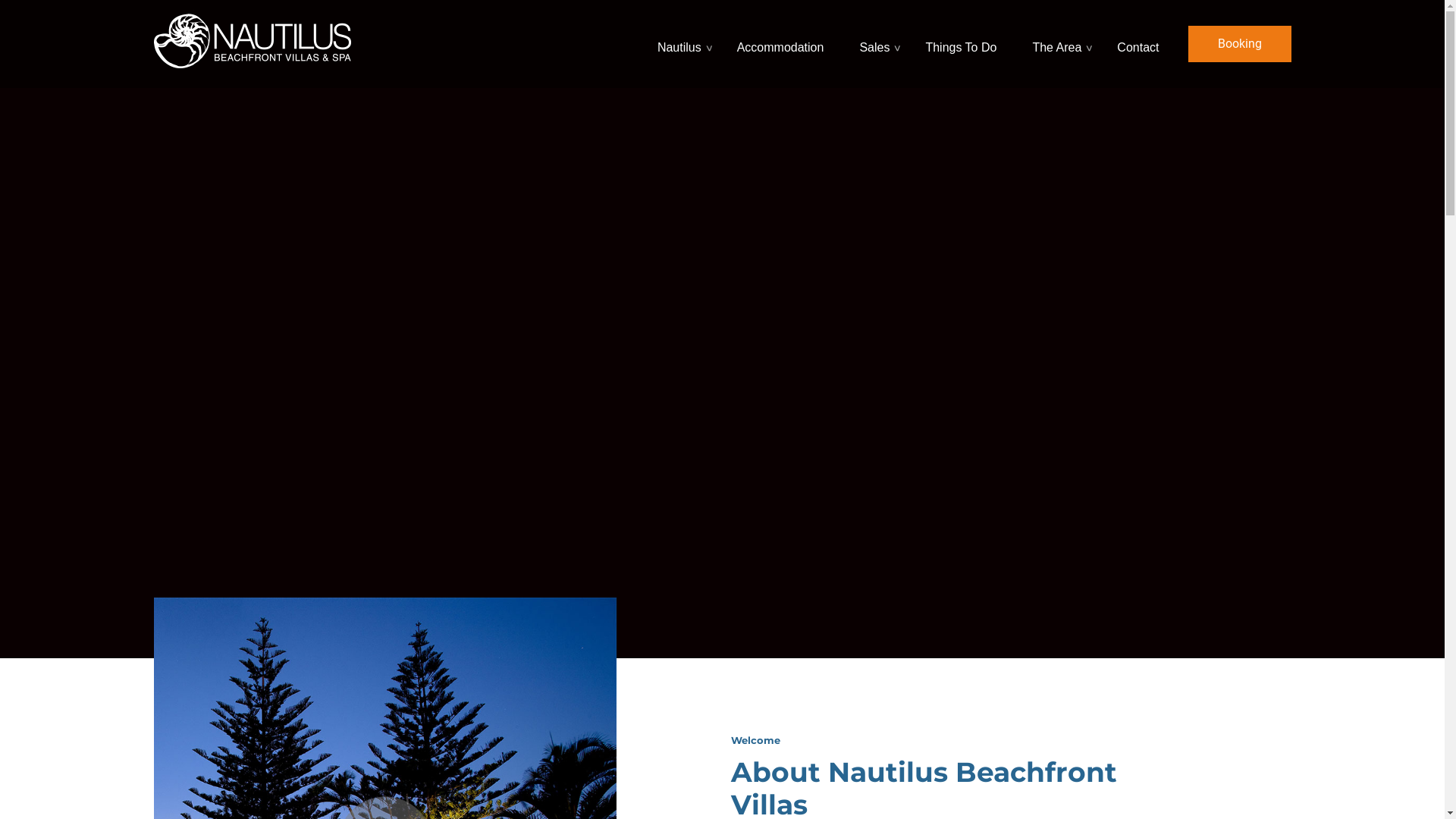 This screenshot has width=1456, height=819. I want to click on 'Nautilus', so click(651, 42).